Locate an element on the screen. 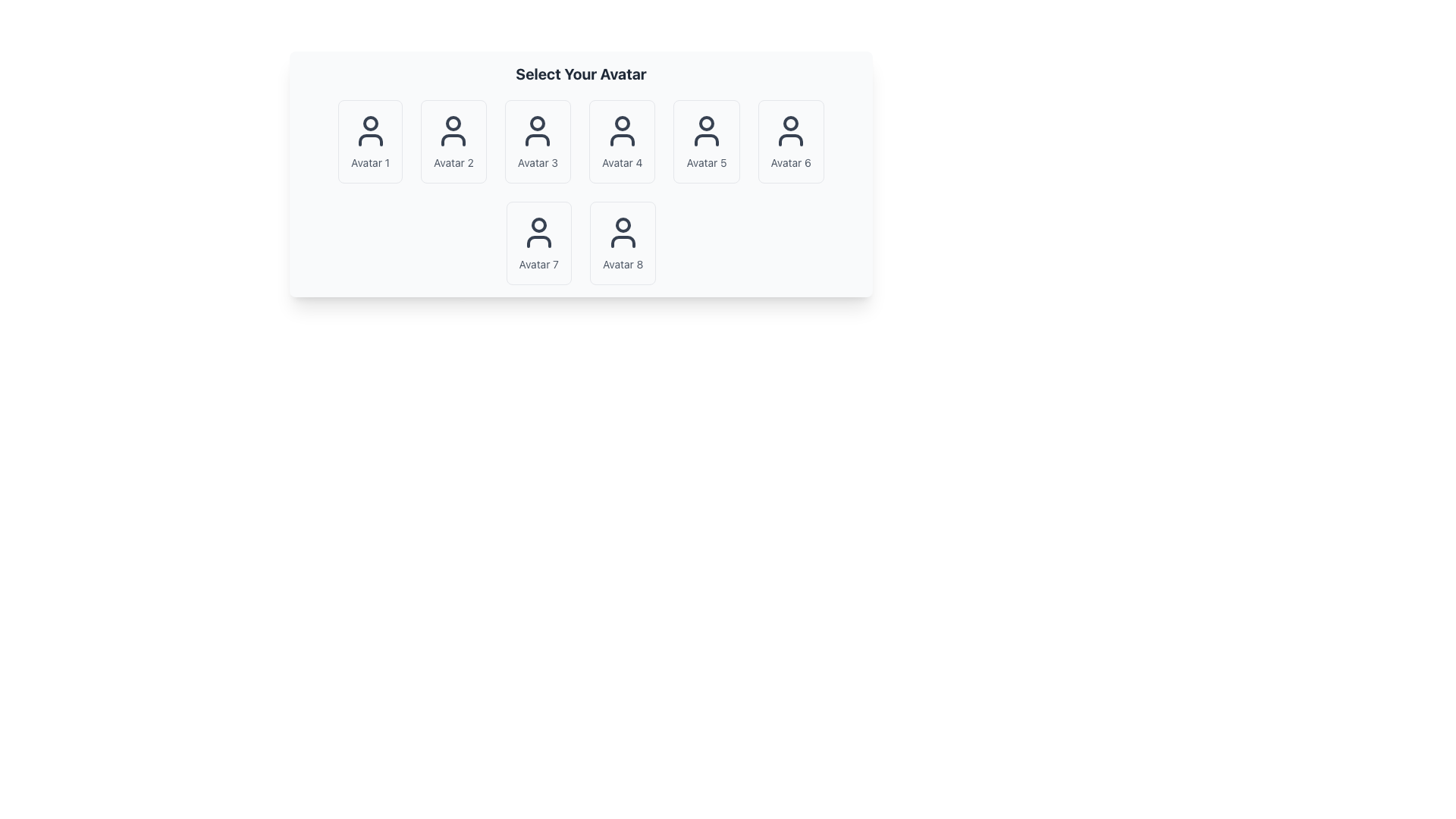 The width and height of the screenshot is (1456, 819). text label 'Avatar 7' displayed in gray font below the avatar icon in the avatar selection grid is located at coordinates (538, 263).